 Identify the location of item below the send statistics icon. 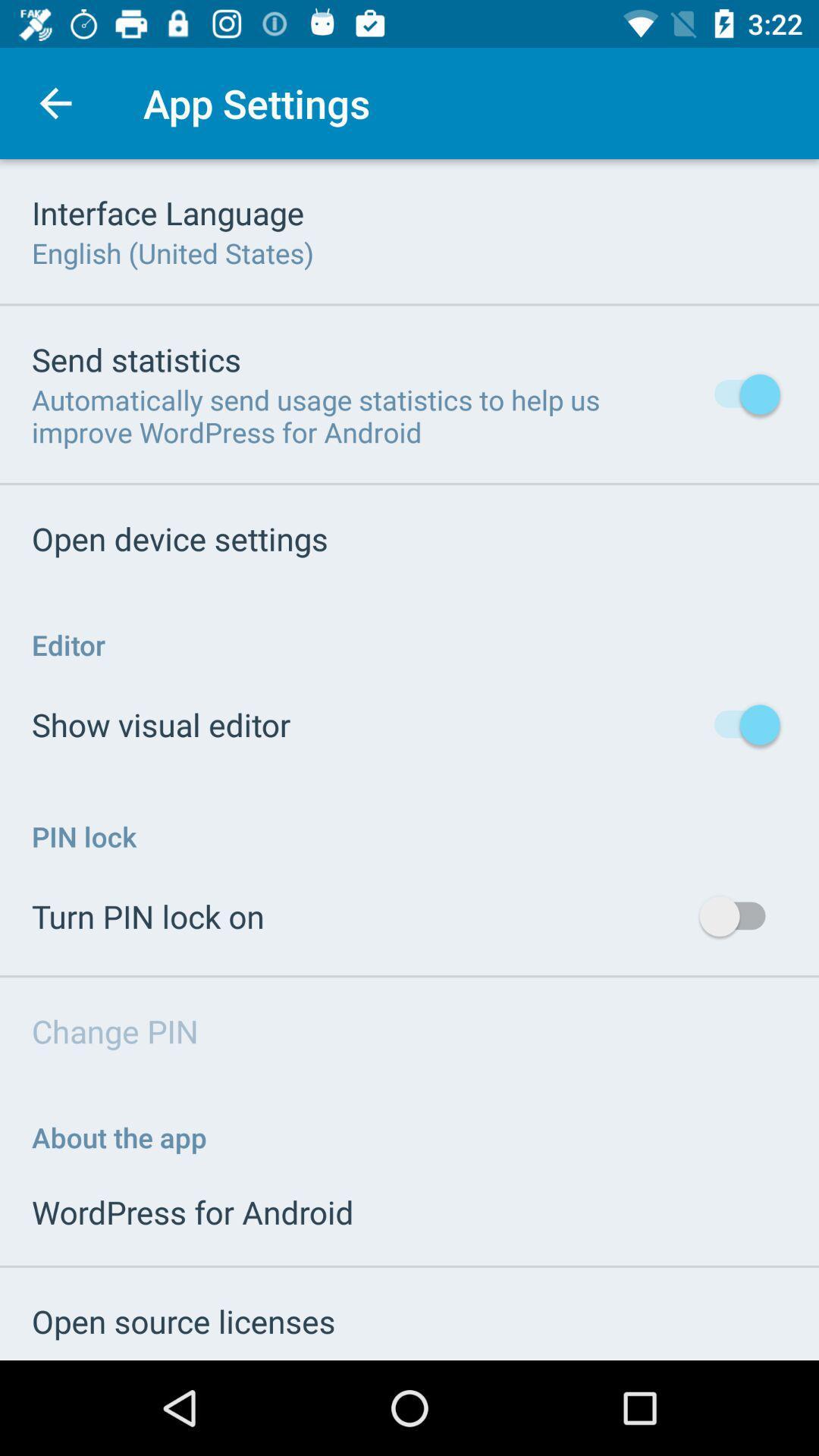
(362, 416).